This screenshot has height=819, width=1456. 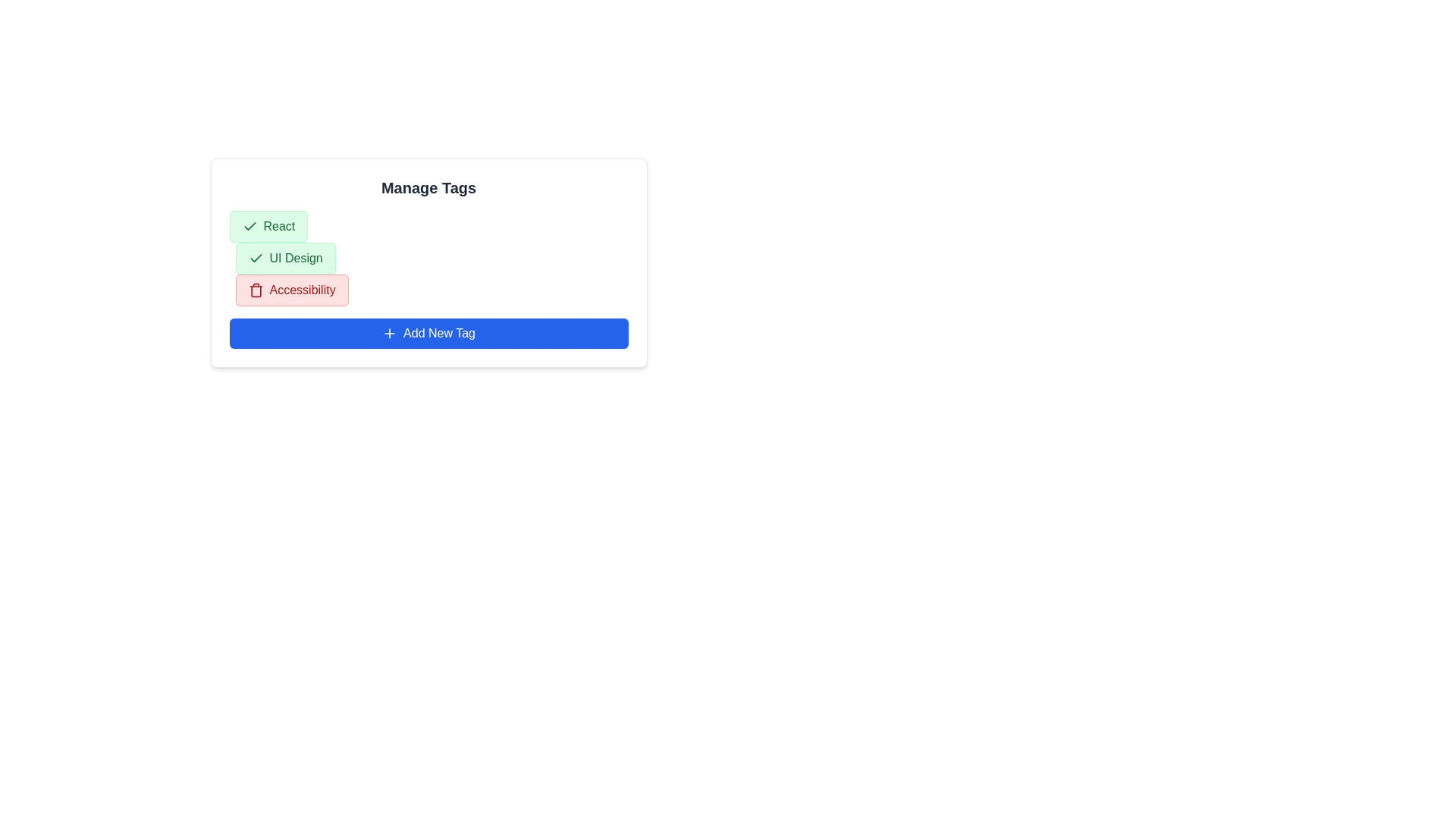 What do you see at coordinates (249, 227) in the screenshot?
I see `the decorative icon indicating that the 'React' tag is active or selected, positioned at the start of the tag in the vertical list` at bounding box center [249, 227].